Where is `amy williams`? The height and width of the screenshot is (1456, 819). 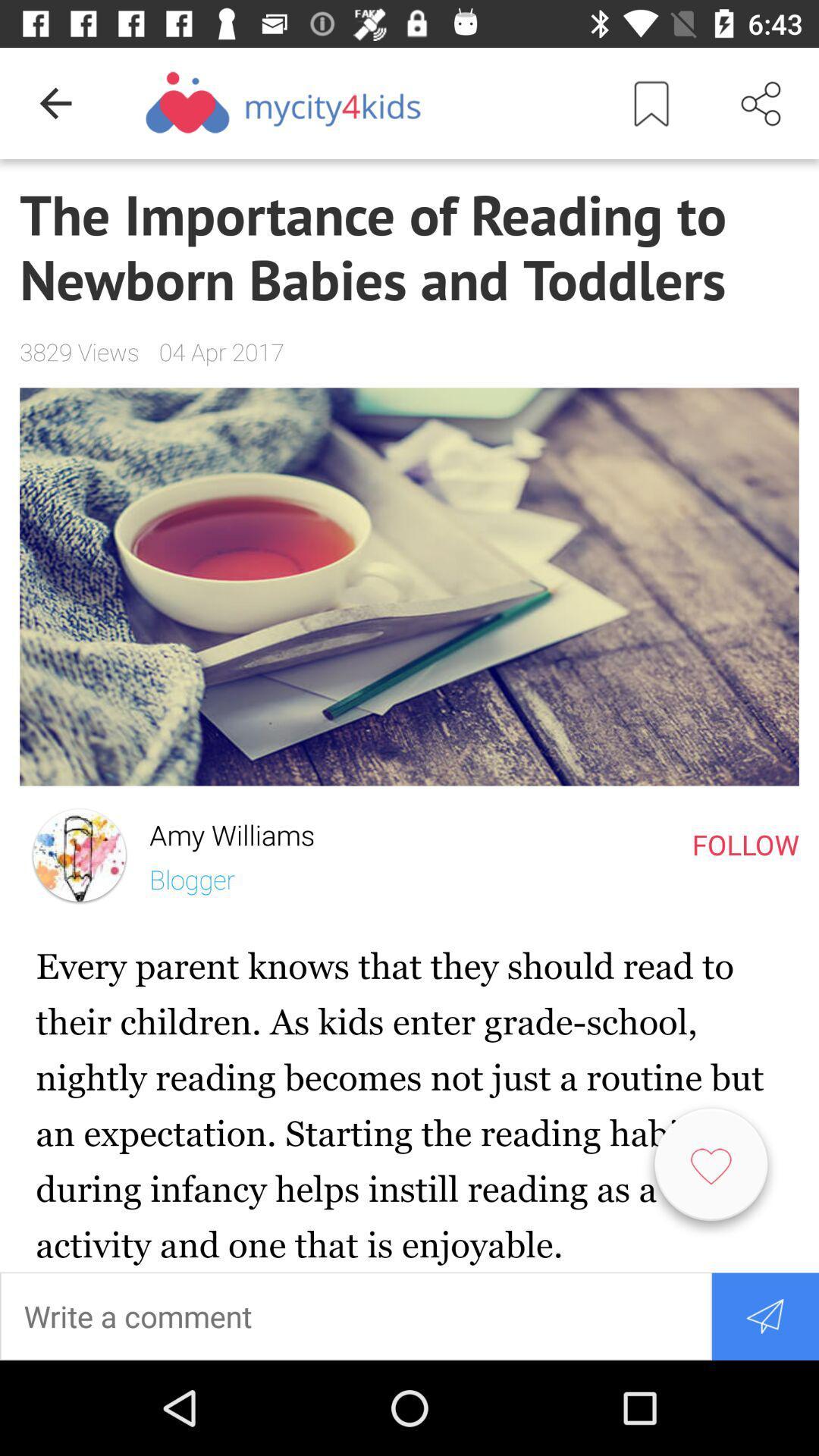 amy williams is located at coordinates (222, 830).